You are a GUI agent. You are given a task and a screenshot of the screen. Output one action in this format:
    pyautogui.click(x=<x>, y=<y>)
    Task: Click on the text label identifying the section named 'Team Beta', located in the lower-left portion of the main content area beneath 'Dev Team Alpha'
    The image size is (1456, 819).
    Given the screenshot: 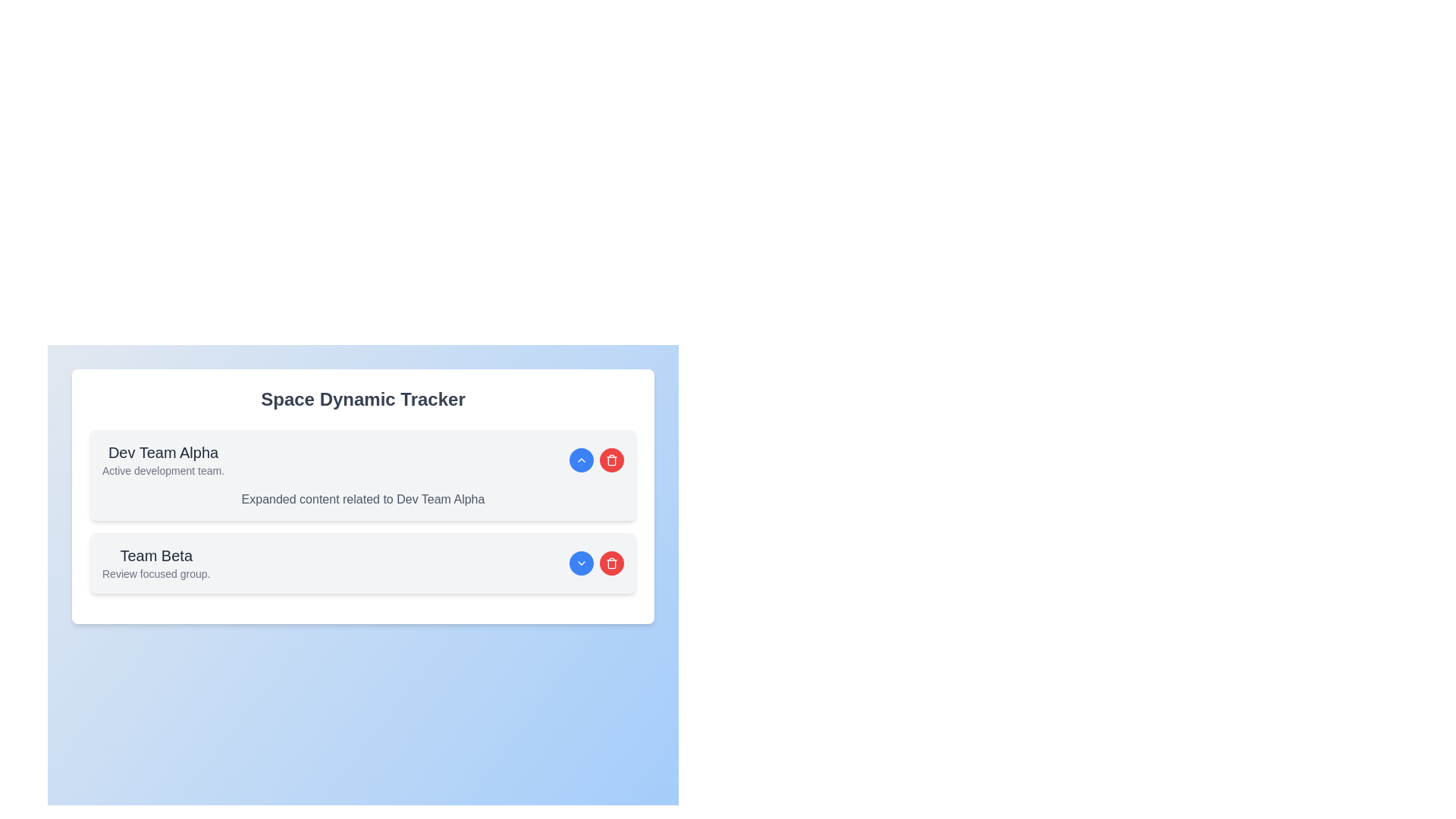 What is the action you would take?
    pyautogui.click(x=156, y=555)
    